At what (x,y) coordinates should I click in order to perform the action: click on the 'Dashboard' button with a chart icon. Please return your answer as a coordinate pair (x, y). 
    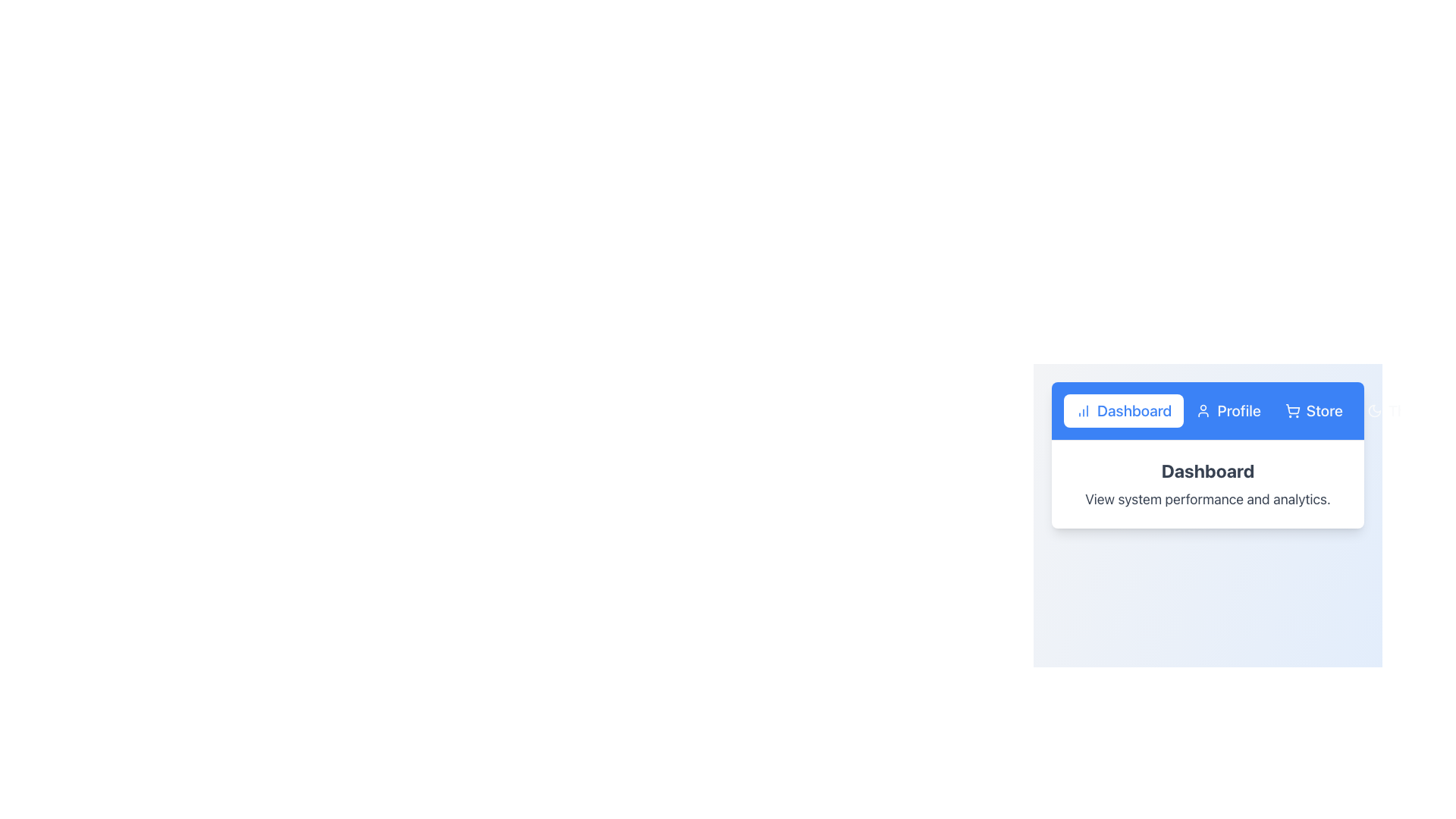
    Looking at the image, I should click on (1124, 411).